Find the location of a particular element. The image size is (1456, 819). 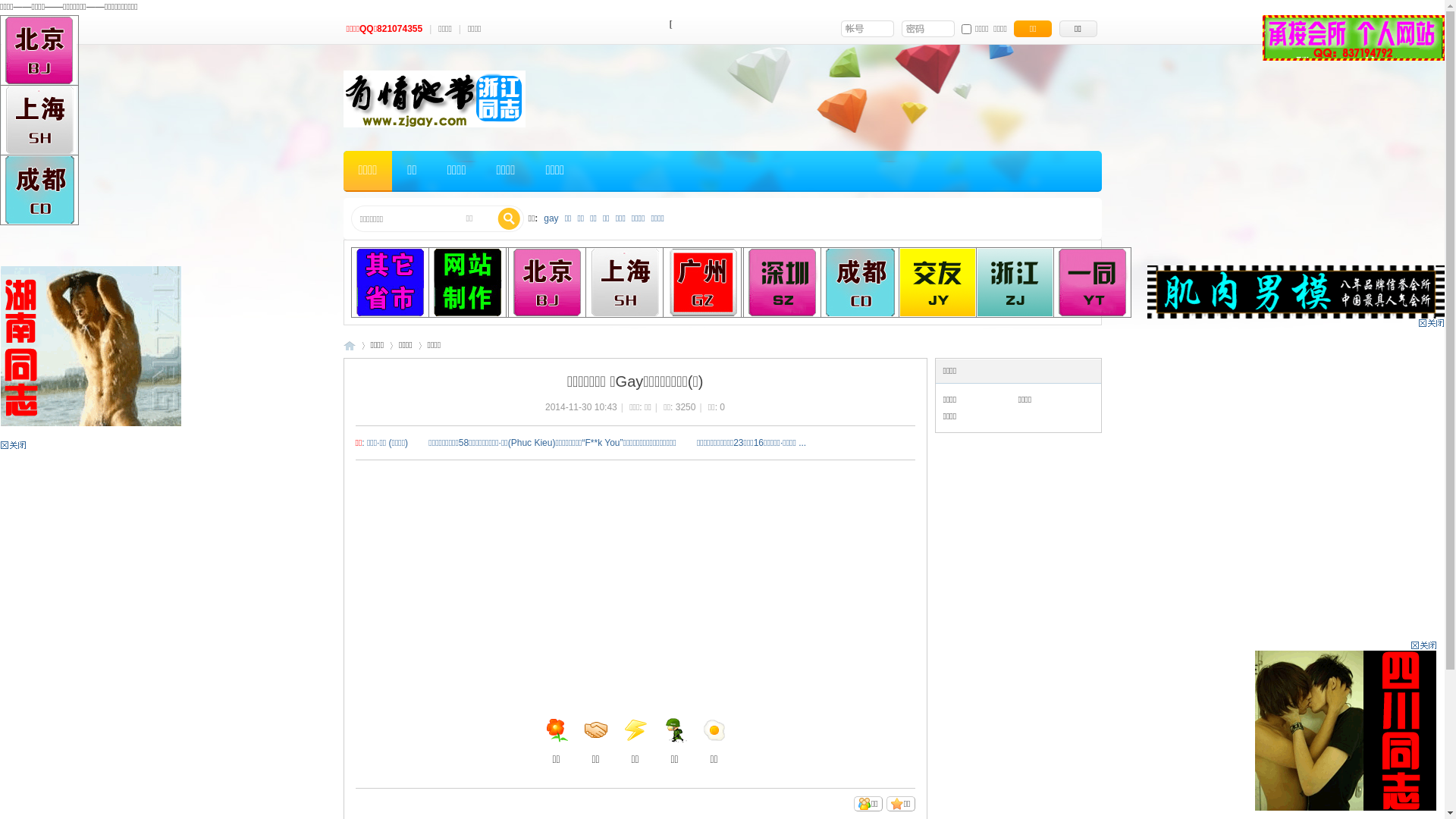

'true' is located at coordinates (509, 219).